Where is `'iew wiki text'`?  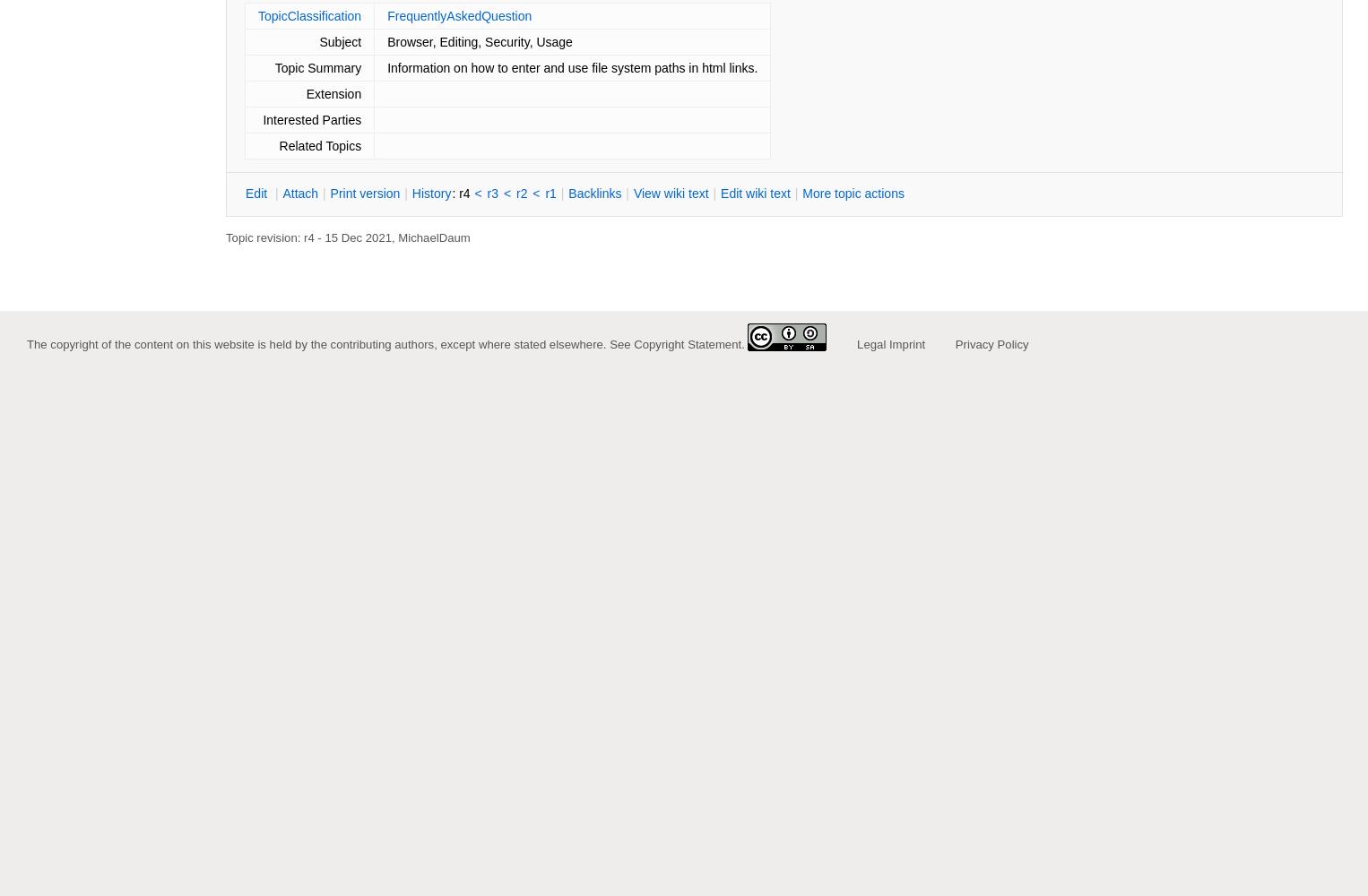
'iew wiki text' is located at coordinates (674, 193).